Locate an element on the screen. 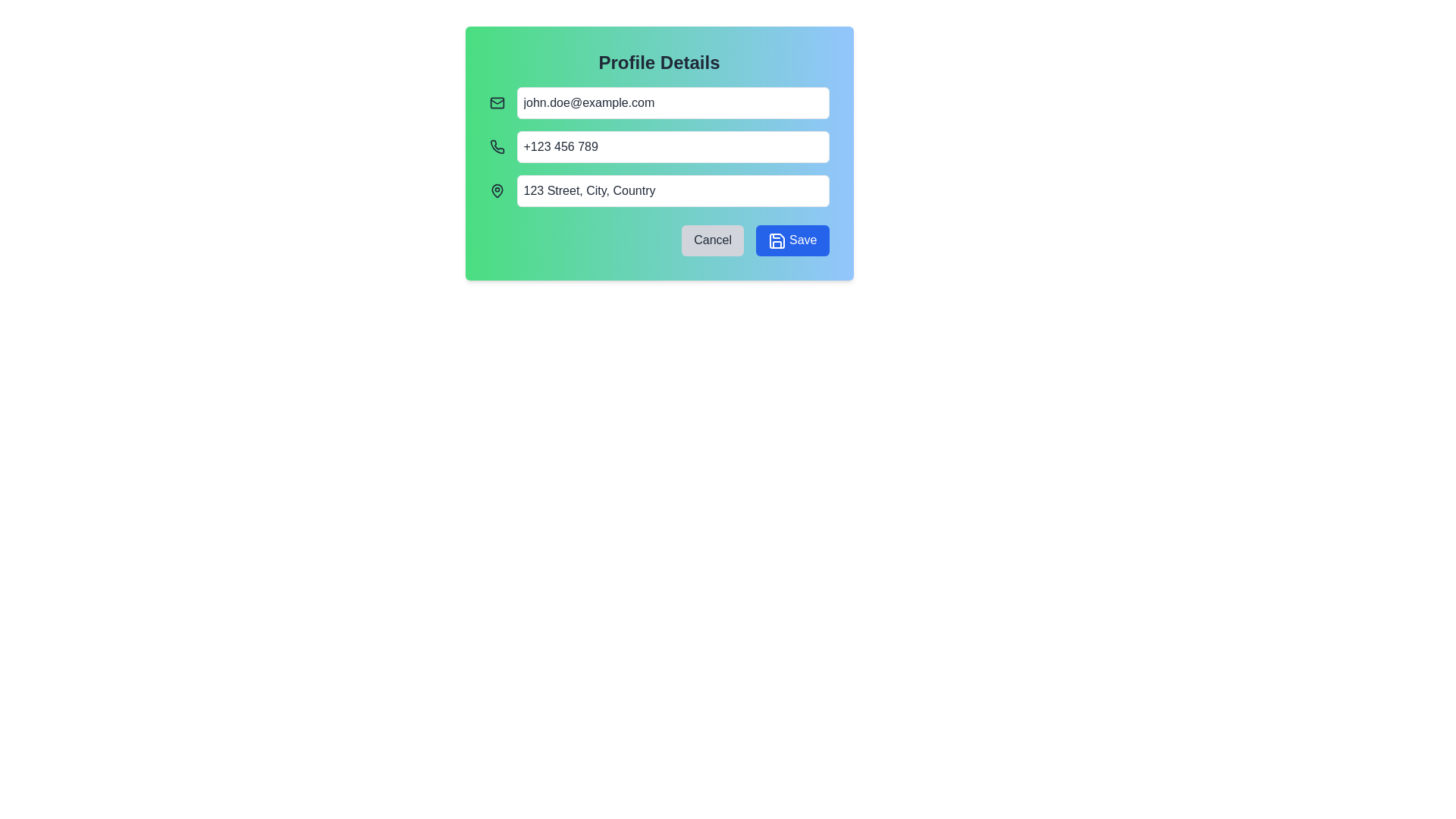  the 'Save' button located at the bottom-right corner of the 'Profile Details' form to observe its hover styles is located at coordinates (792, 240).